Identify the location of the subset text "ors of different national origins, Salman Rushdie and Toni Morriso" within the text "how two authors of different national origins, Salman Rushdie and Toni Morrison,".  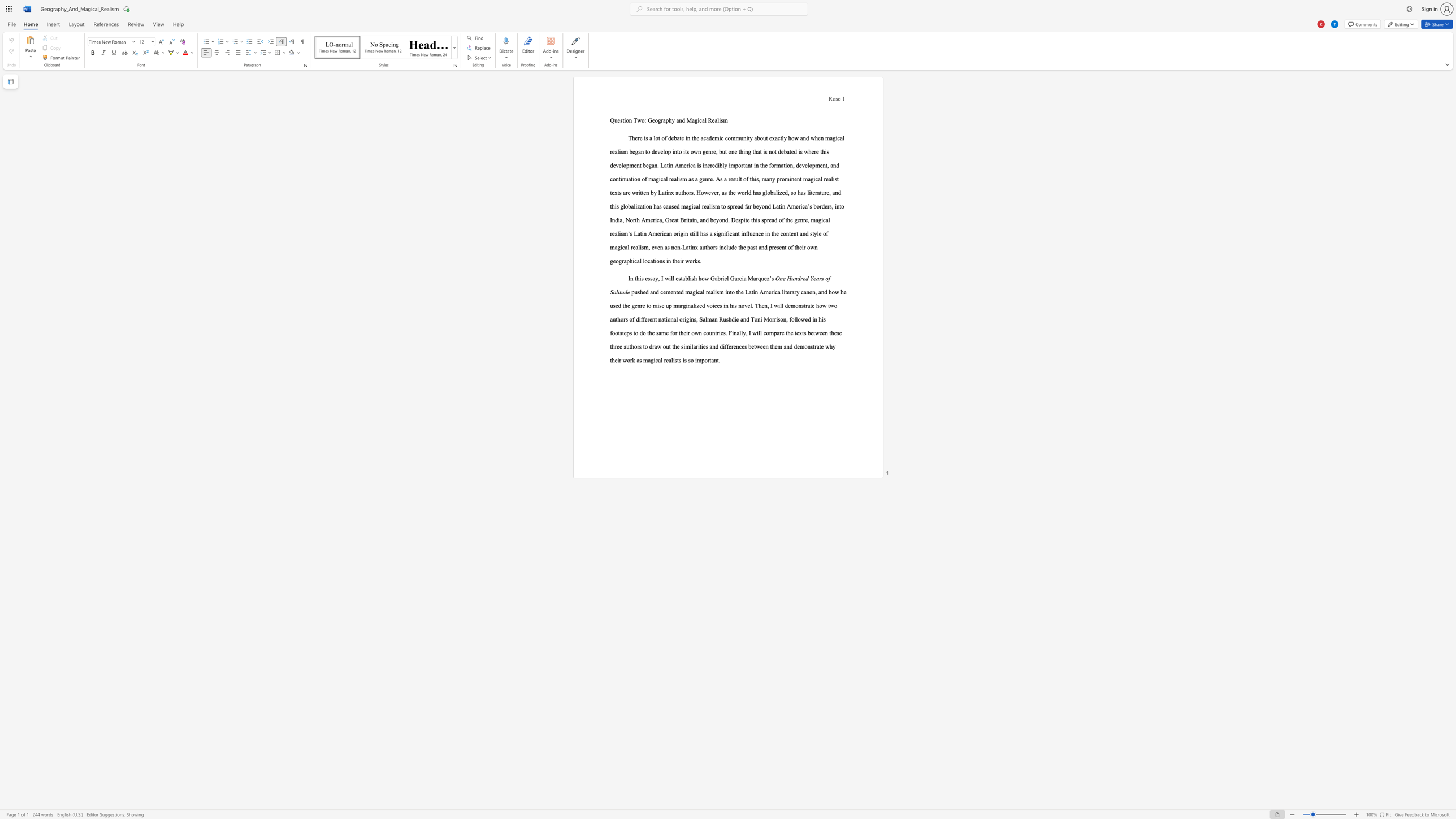
(620, 319).